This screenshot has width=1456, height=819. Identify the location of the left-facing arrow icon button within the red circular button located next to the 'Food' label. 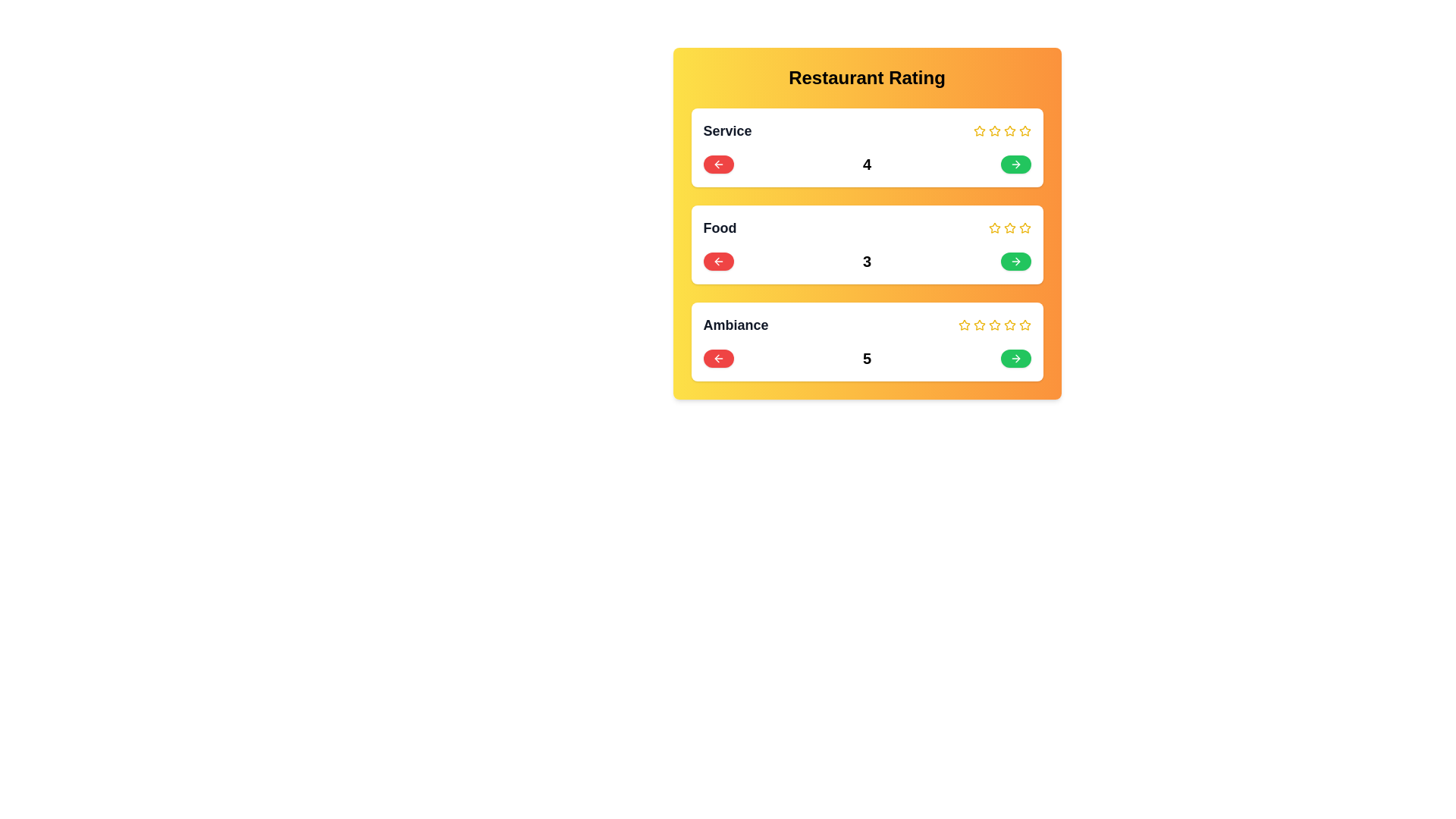
(717, 260).